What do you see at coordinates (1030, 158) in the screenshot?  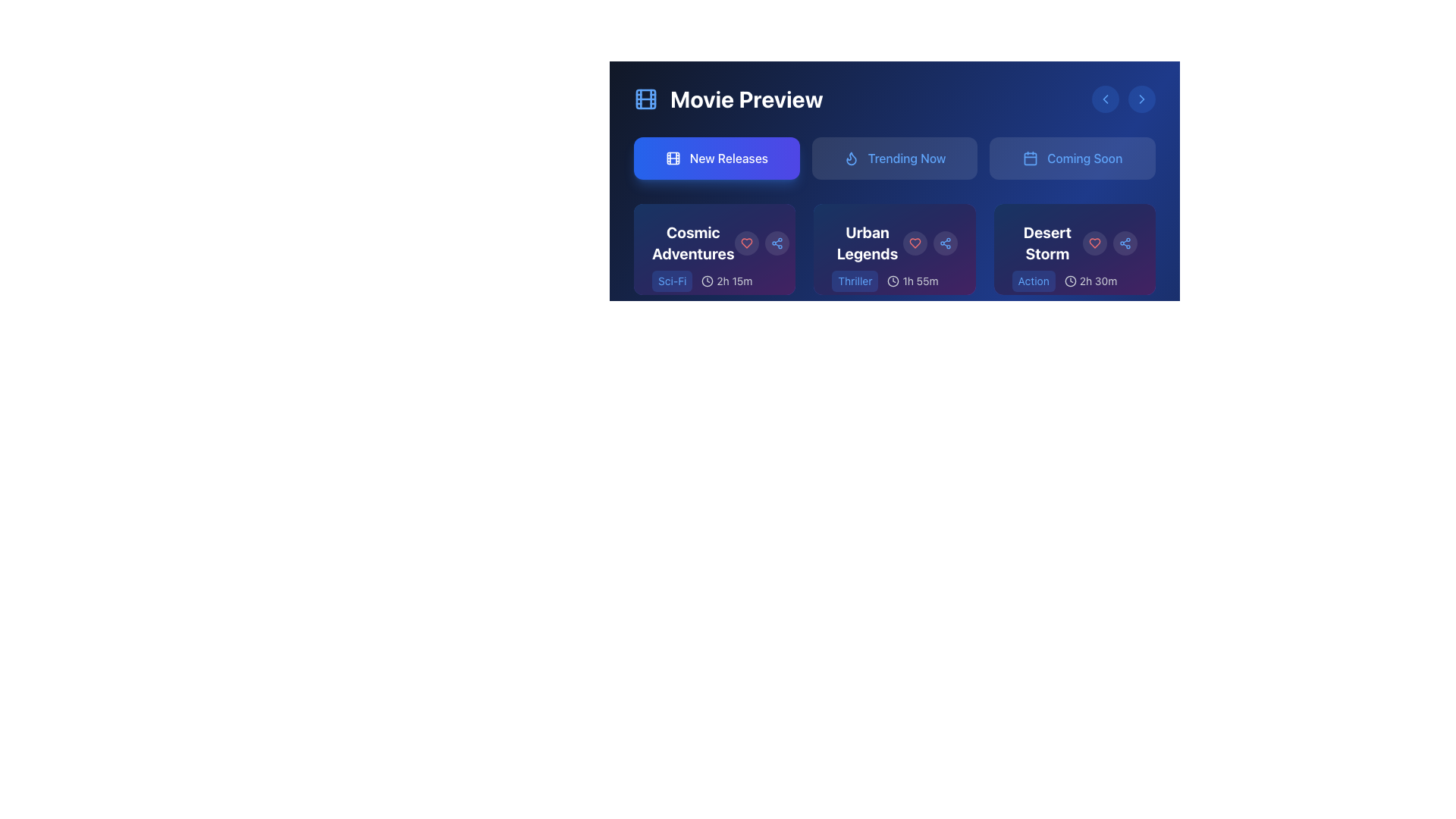 I see `the 'Coming Soon' button, which contains the icon representing upcoming events or content, located at the right-hand side of the top section of the interface` at bounding box center [1030, 158].